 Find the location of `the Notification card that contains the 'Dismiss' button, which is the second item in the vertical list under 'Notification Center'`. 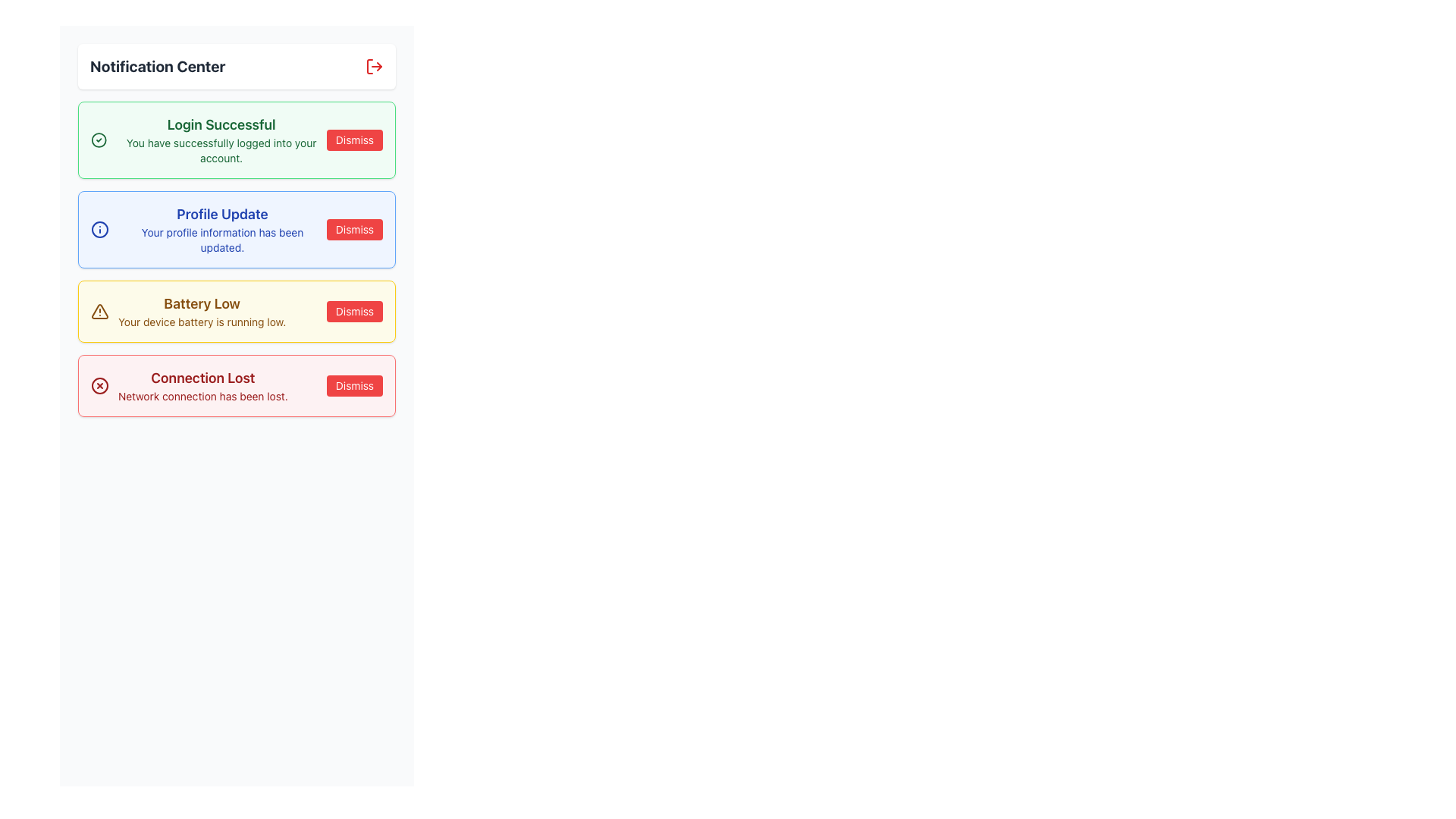

the Notification card that contains the 'Dismiss' button, which is the second item in the vertical list under 'Notification Center' is located at coordinates (236, 230).